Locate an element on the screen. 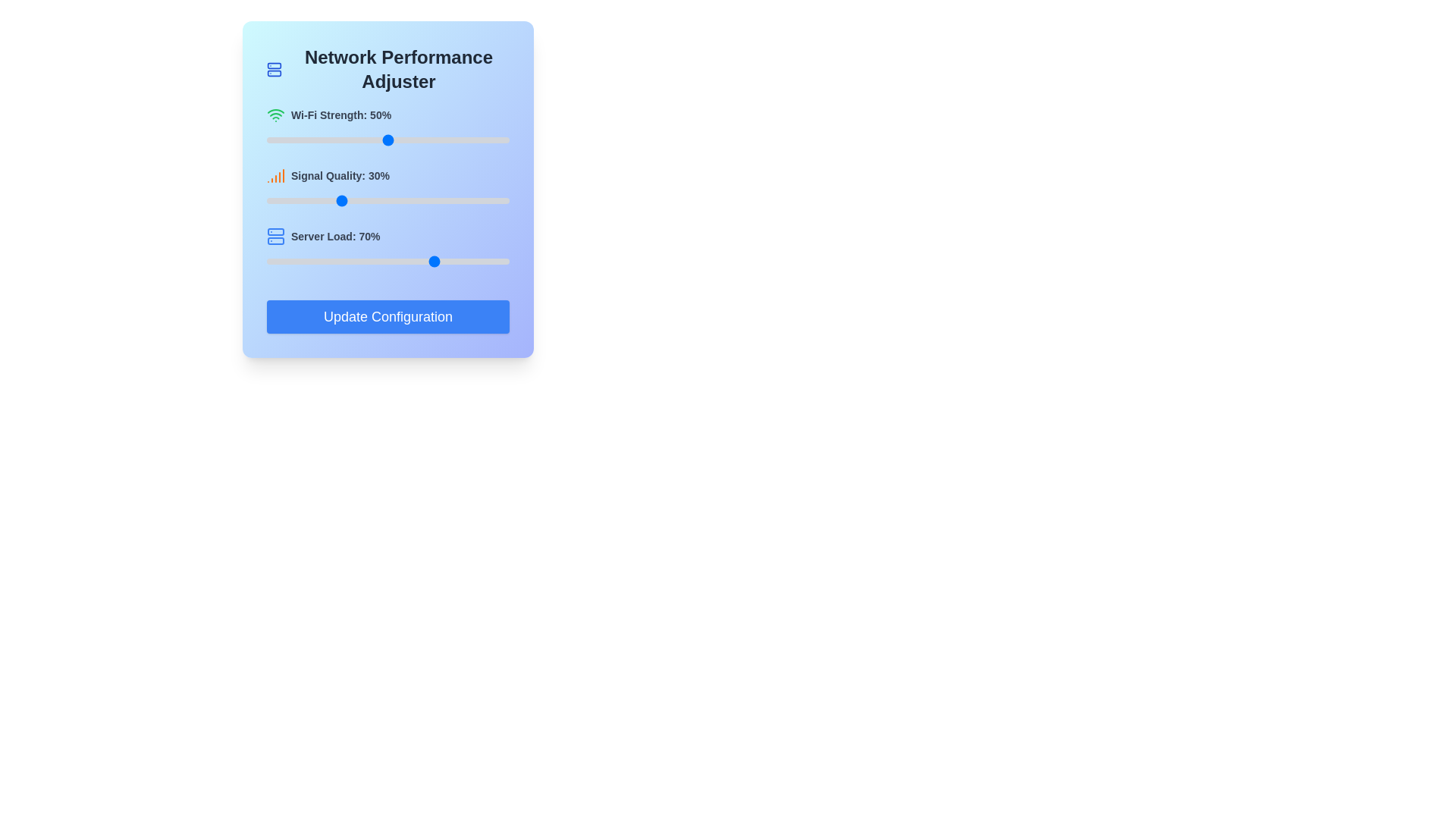 This screenshot has width=1456, height=819. the server status icon located at the beginning of the text 'Server Load: 70%' is located at coordinates (276, 237).